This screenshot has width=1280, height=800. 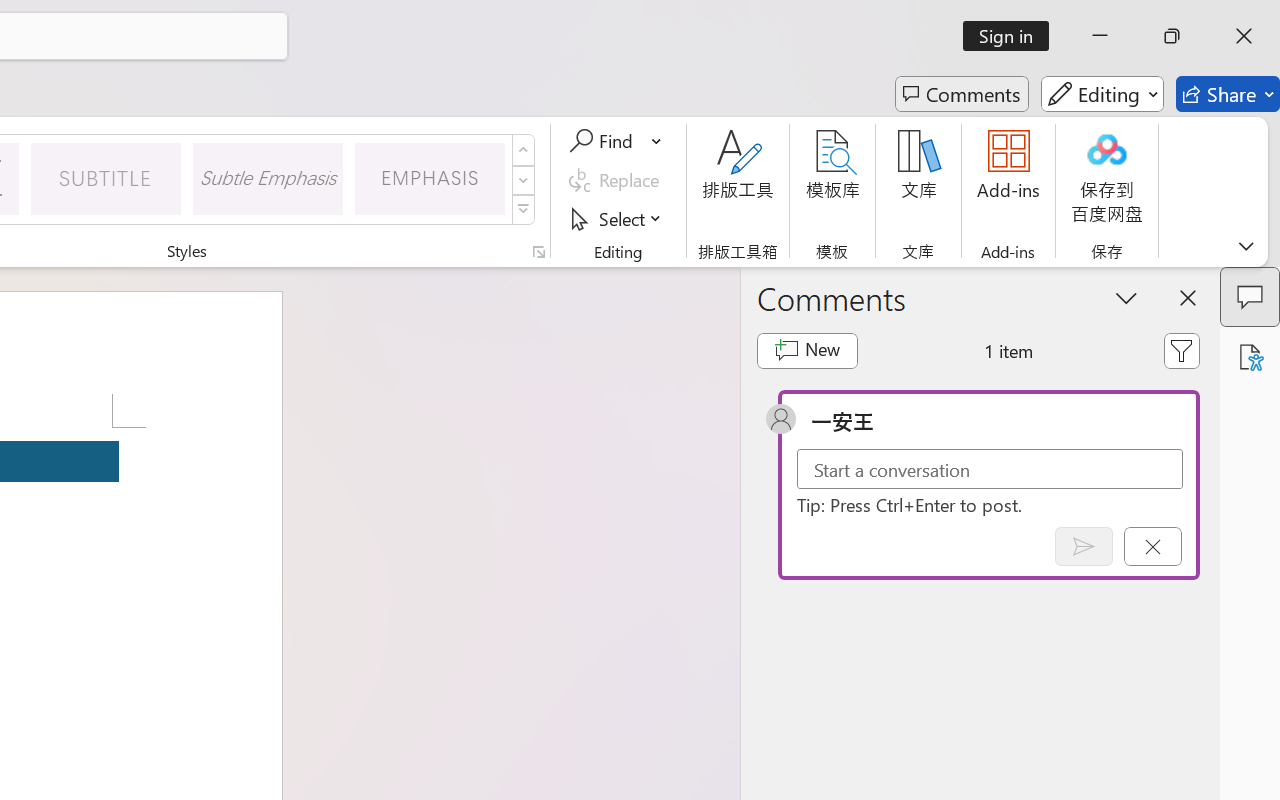 What do you see at coordinates (1101, 94) in the screenshot?
I see `'Editing'` at bounding box center [1101, 94].